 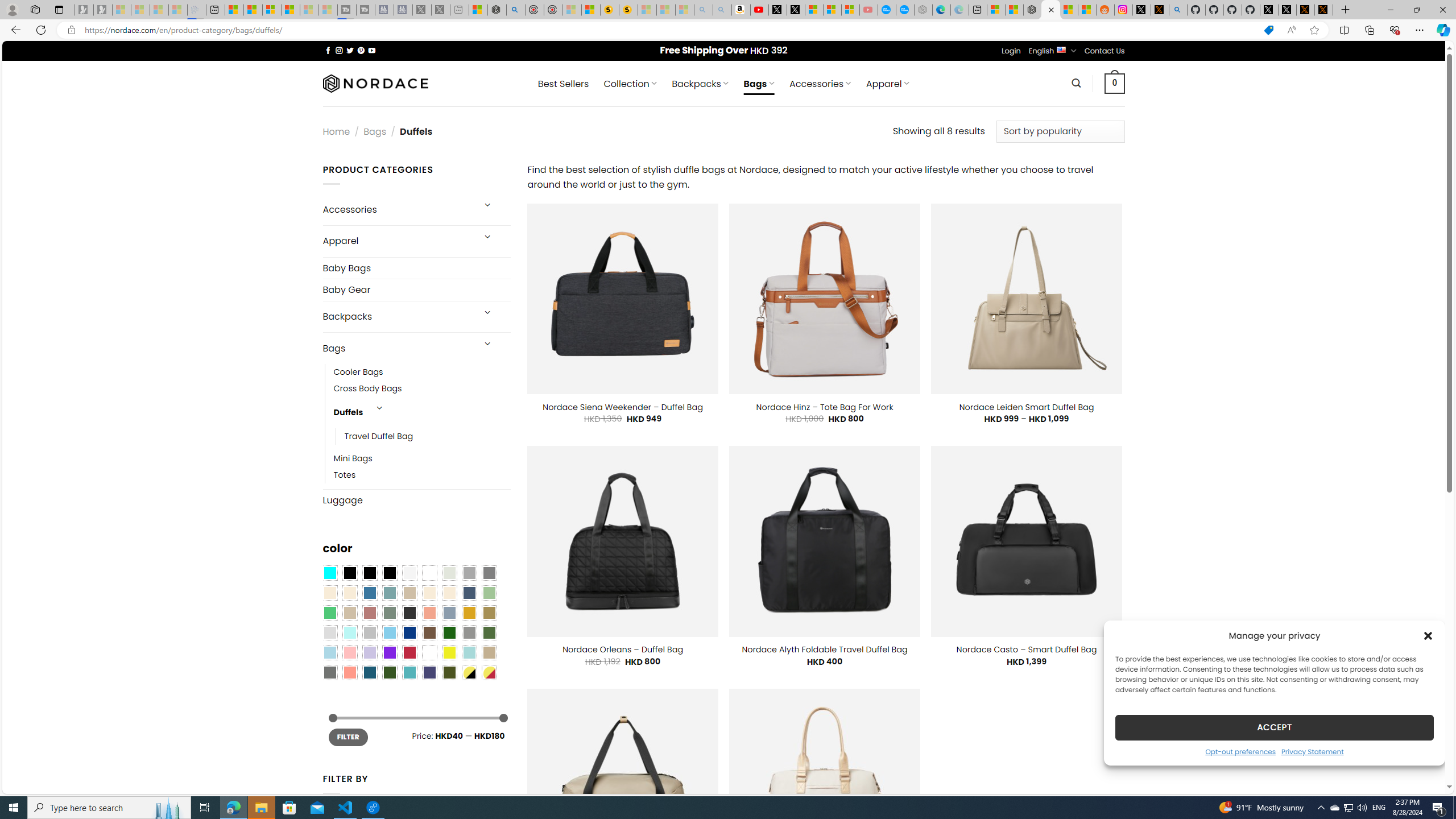 What do you see at coordinates (1428, 635) in the screenshot?
I see `'Class: cmplz-close'` at bounding box center [1428, 635].